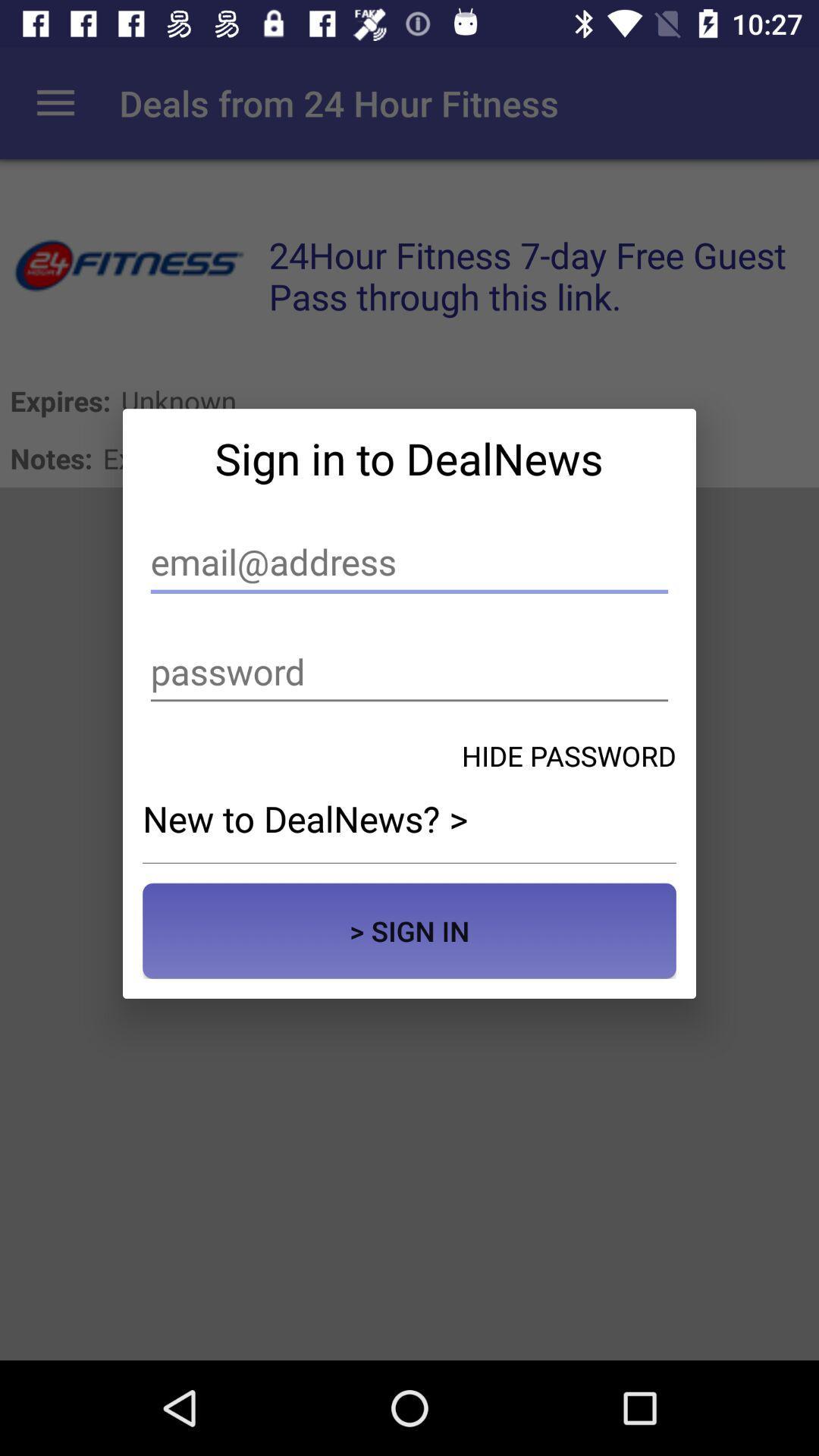 Image resolution: width=819 pixels, height=1456 pixels. I want to click on password, so click(409, 671).